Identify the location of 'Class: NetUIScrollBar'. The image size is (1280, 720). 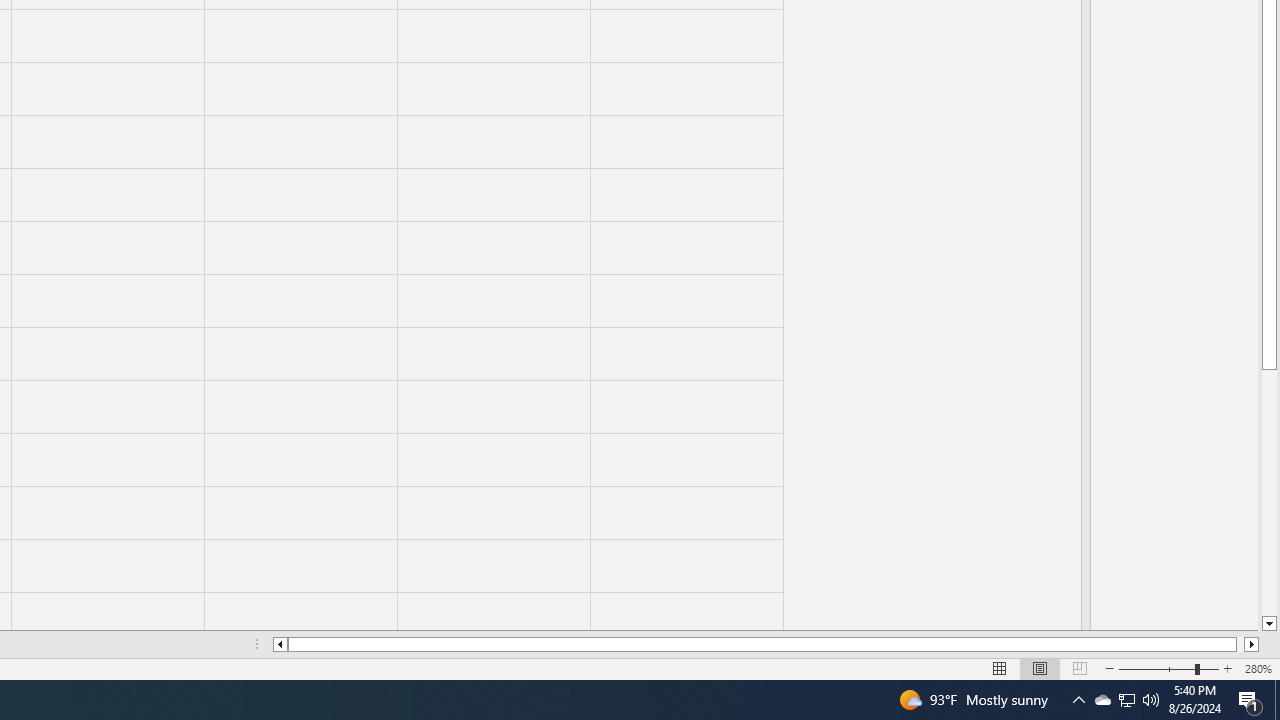
(765, 644).